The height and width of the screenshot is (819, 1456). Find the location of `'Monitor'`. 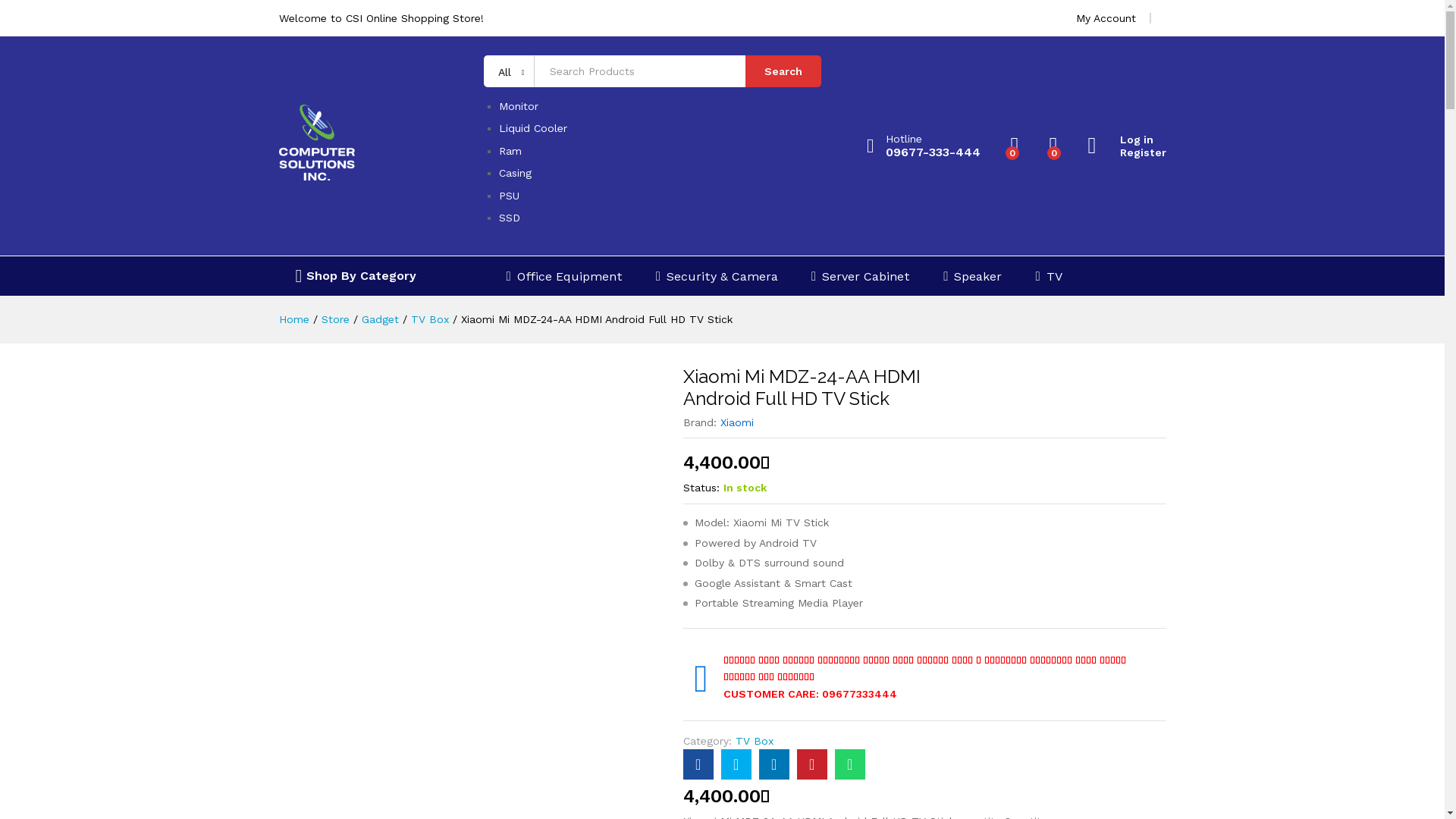

'Monitor' is located at coordinates (519, 105).